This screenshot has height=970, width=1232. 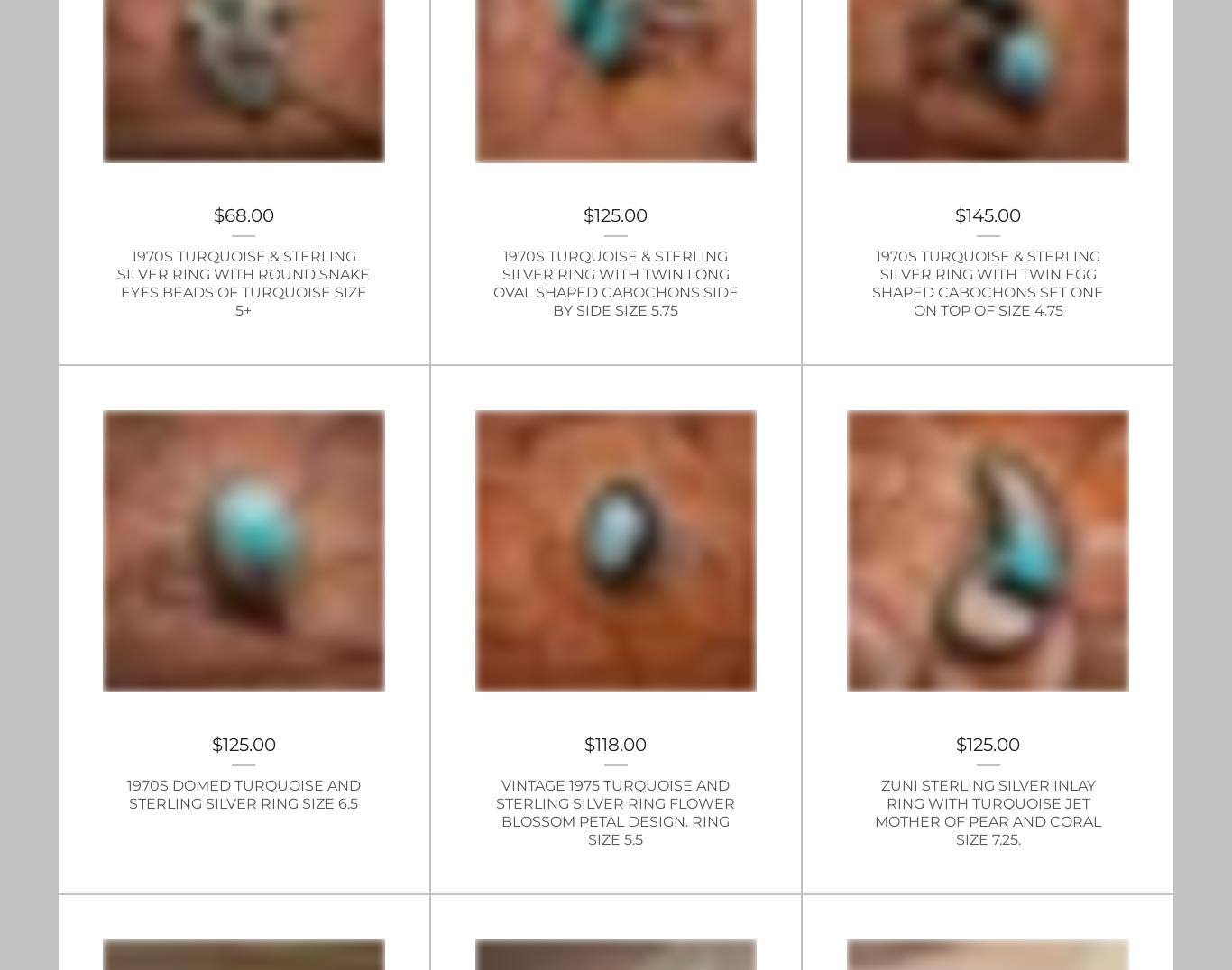 What do you see at coordinates (224, 215) in the screenshot?
I see `'68.00'` at bounding box center [224, 215].